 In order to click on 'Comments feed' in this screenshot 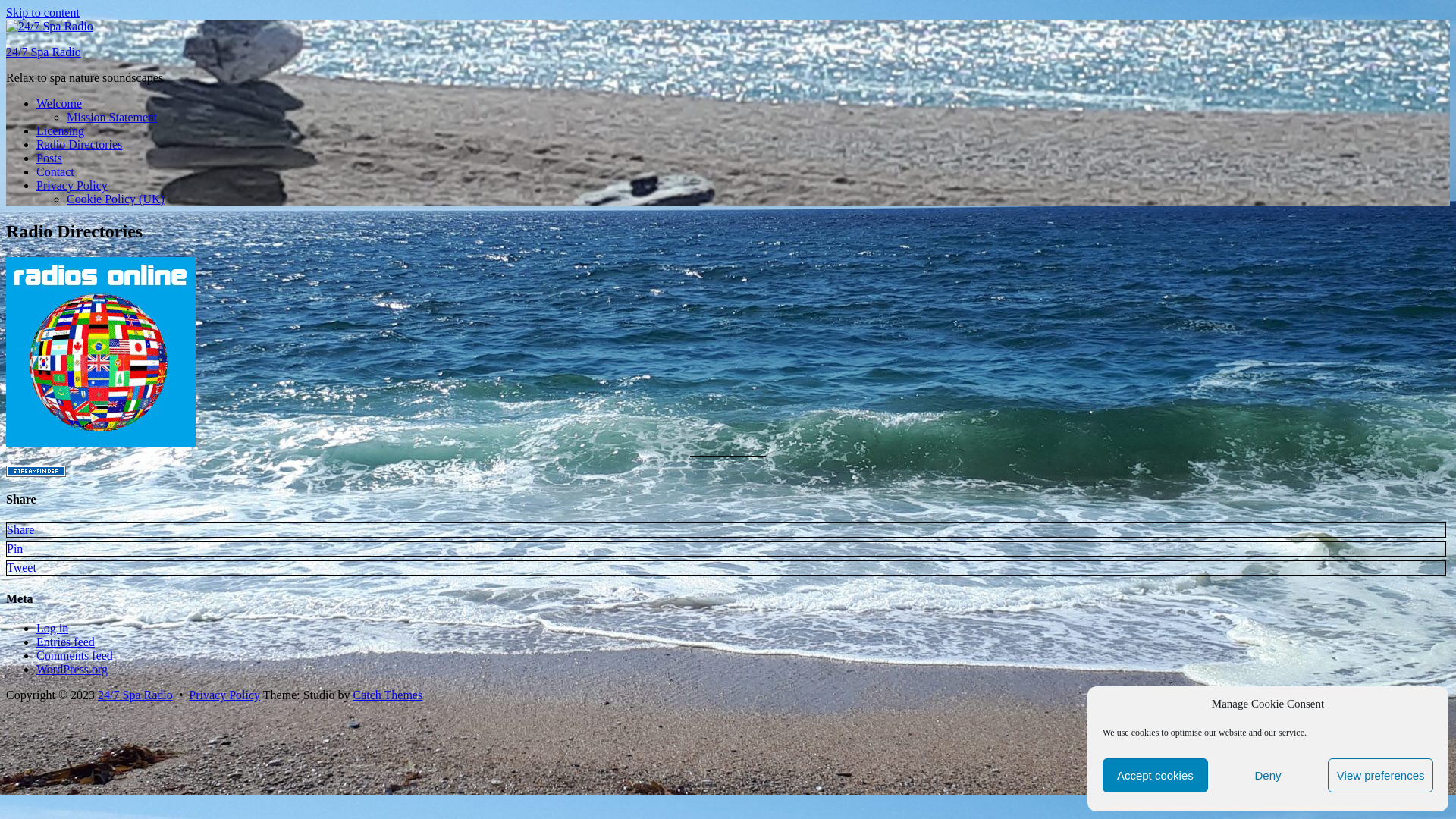, I will do `click(74, 654)`.